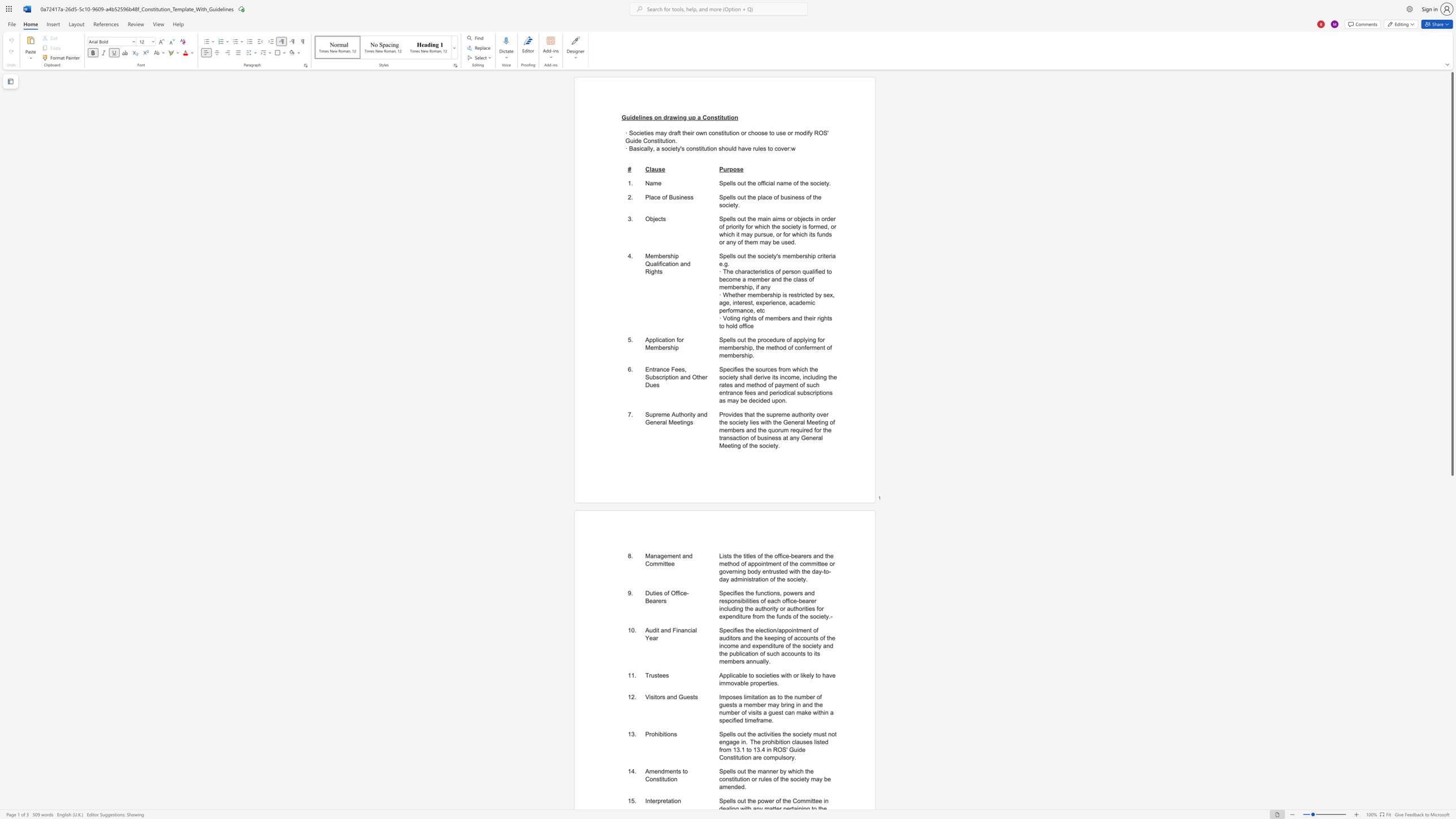 This screenshot has width=1456, height=819. What do you see at coordinates (1451, 617) in the screenshot?
I see `the scrollbar on the side` at bounding box center [1451, 617].